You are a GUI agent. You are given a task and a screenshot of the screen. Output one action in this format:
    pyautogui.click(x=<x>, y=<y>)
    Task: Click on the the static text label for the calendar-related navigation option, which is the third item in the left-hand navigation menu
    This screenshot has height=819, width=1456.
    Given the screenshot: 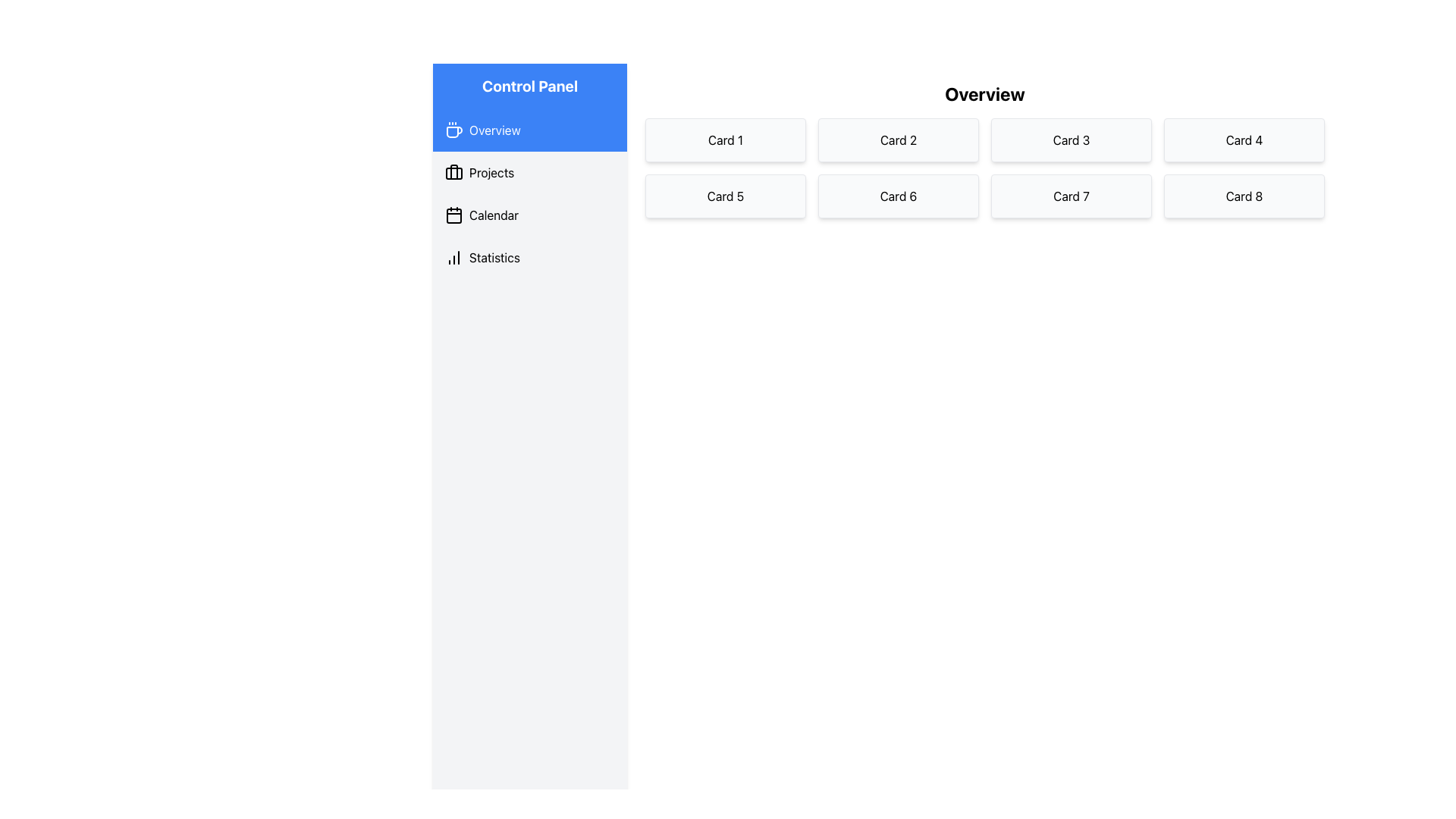 What is the action you would take?
    pyautogui.click(x=494, y=215)
    